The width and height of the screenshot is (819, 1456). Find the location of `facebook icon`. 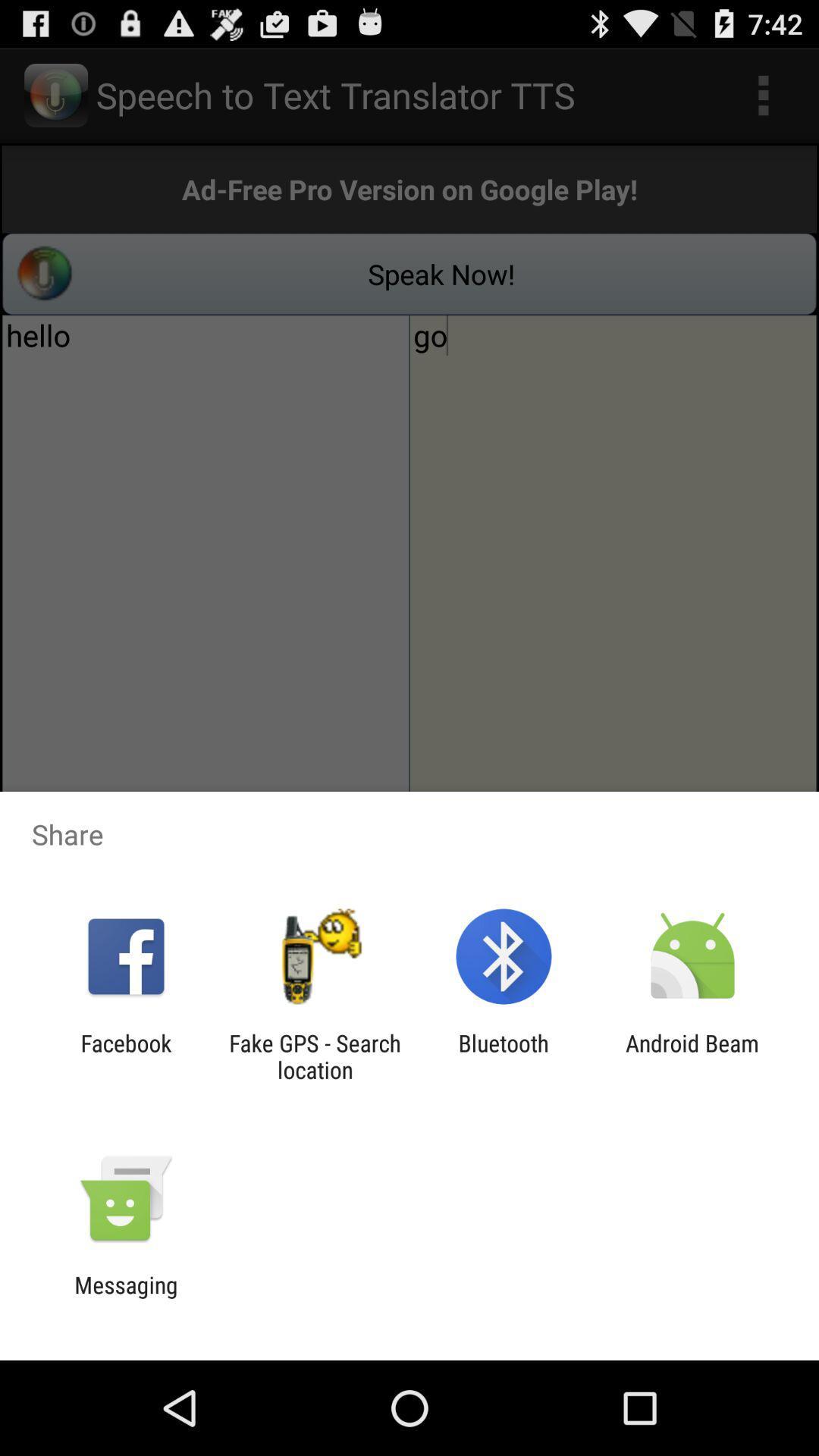

facebook icon is located at coordinates (125, 1056).